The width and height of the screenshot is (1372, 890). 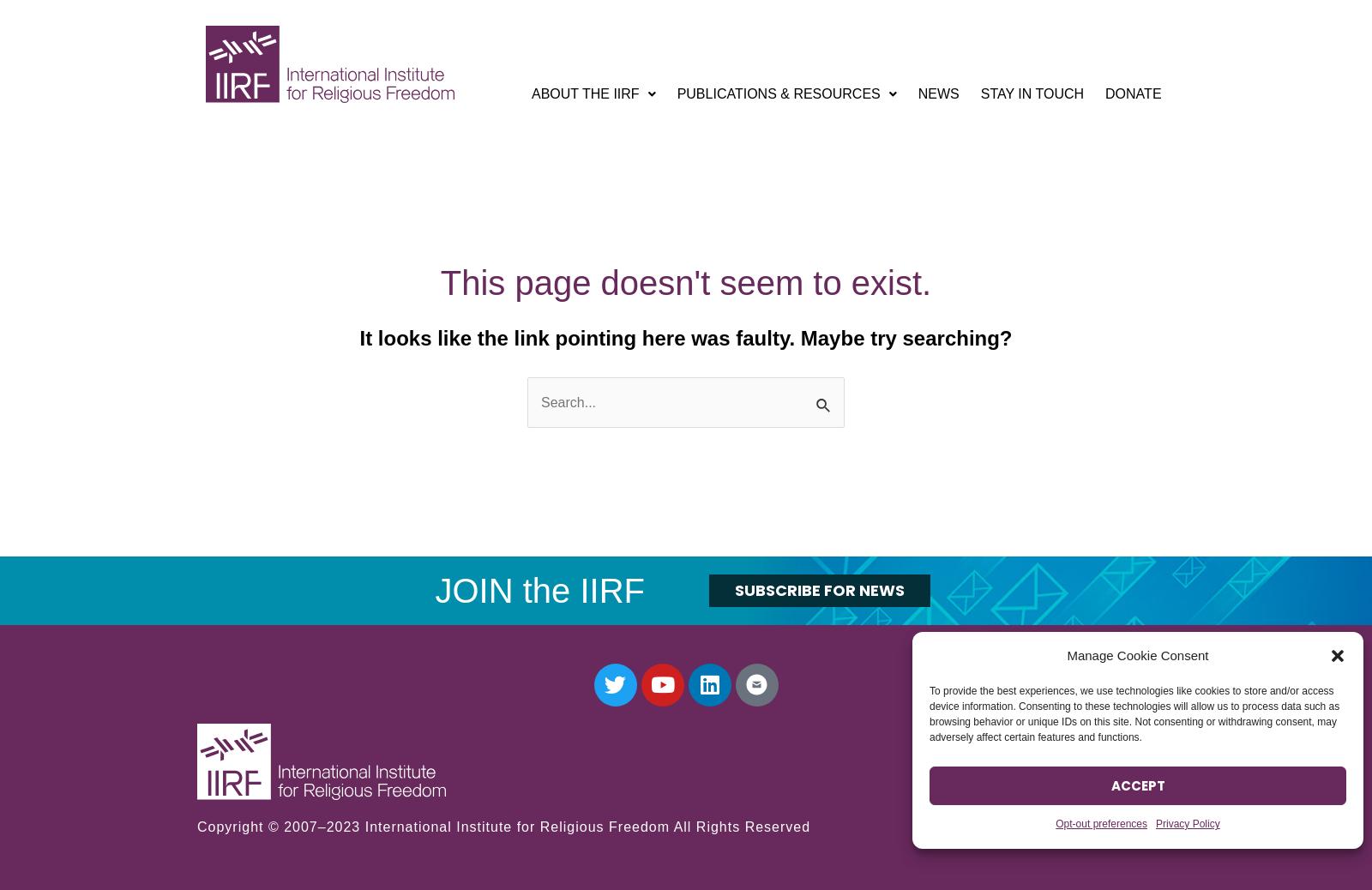 I want to click on 'Stay In Touch', so click(x=1031, y=93).